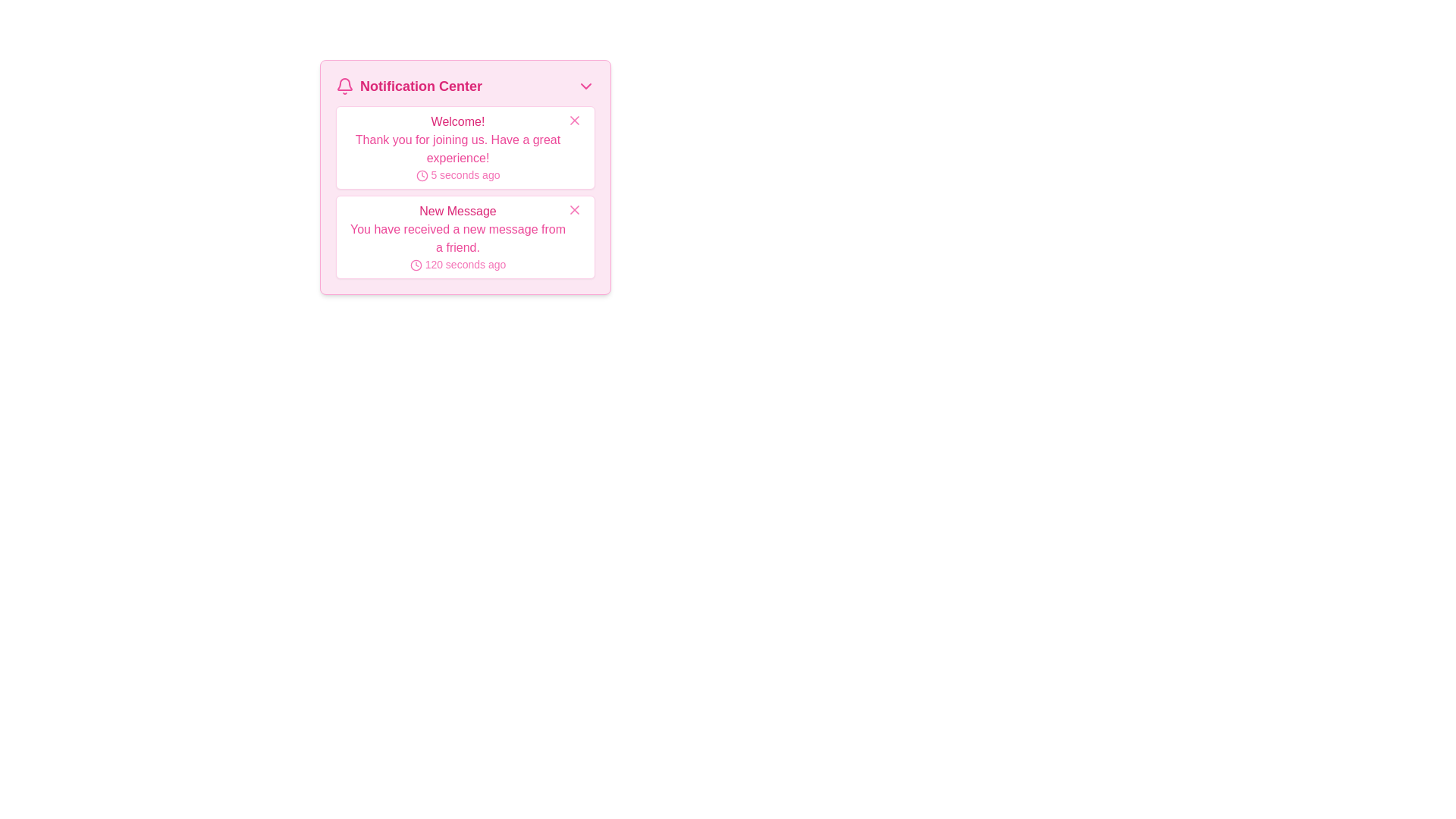 The image size is (1456, 819). Describe the element at coordinates (457, 149) in the screenshot. I see `welcoming message text displayed as part of the notification system, which is centrally located beneath the header 'Welcome!' and above the timestamp '5 seconds ago'` at that location.